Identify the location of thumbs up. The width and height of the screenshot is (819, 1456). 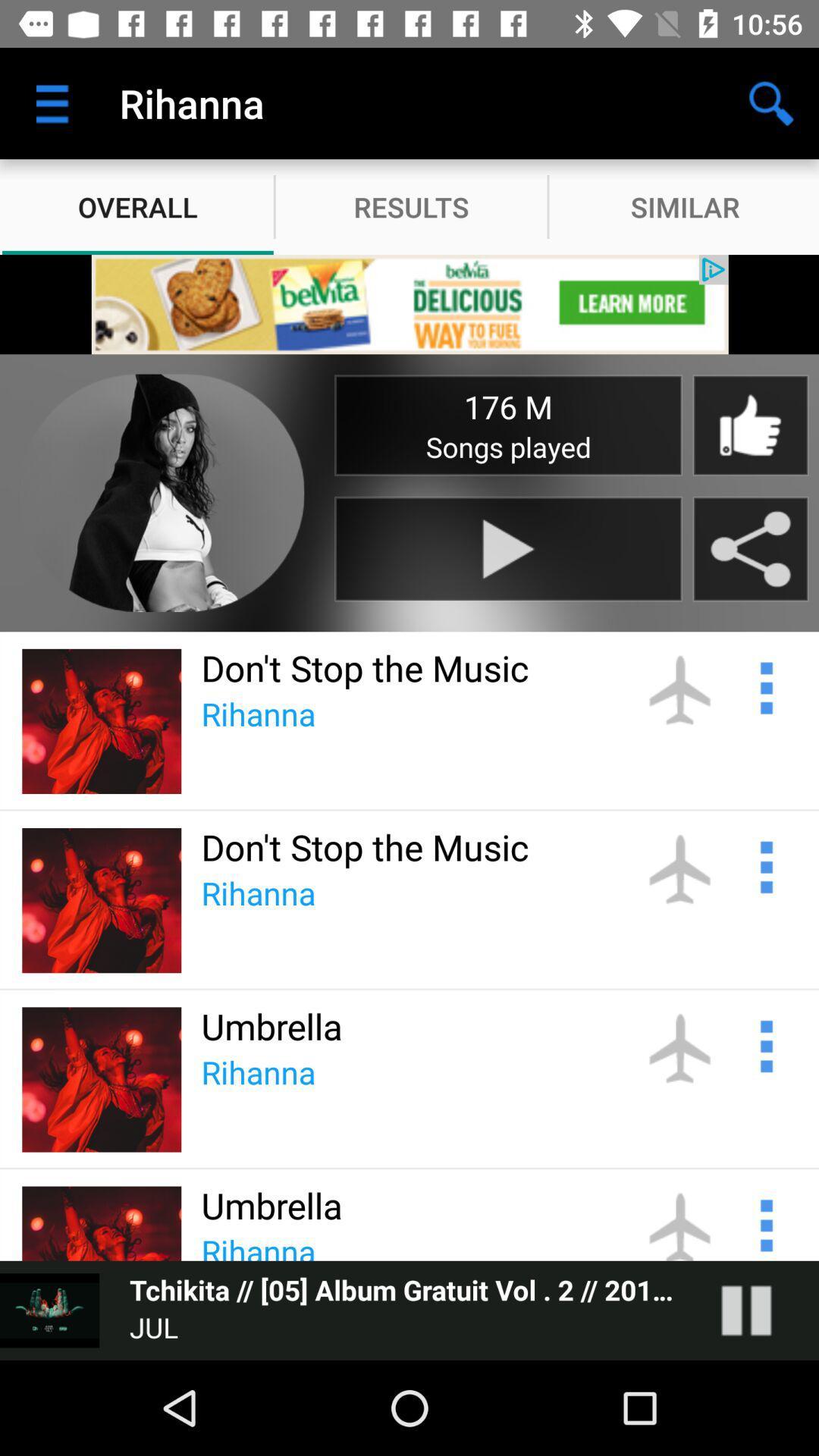
(749, 425).